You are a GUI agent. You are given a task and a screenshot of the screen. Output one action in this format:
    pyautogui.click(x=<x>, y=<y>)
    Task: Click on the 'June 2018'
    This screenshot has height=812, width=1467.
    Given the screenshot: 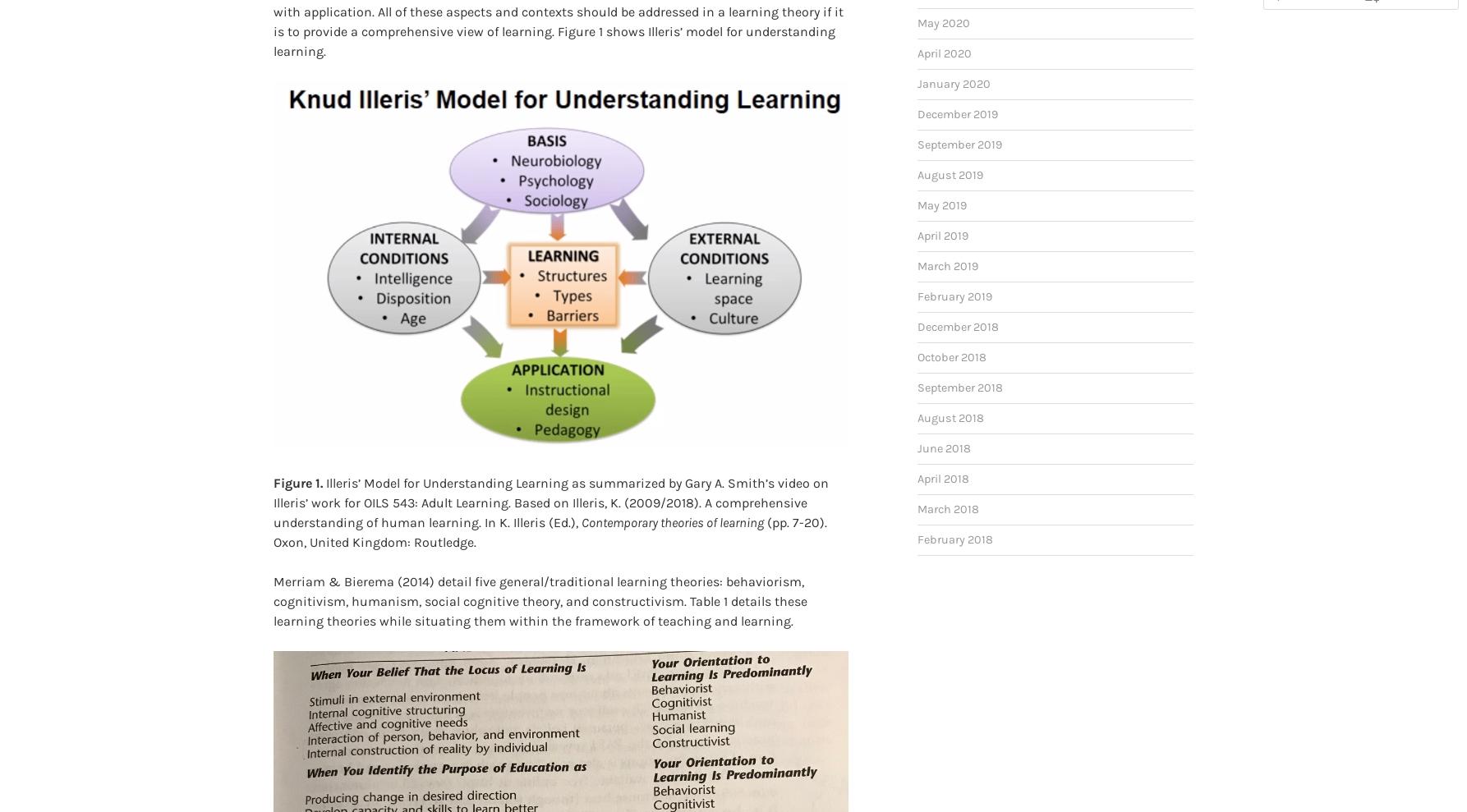 What is the action you would take?
    pyautogui.click(x=943, y=422)
    